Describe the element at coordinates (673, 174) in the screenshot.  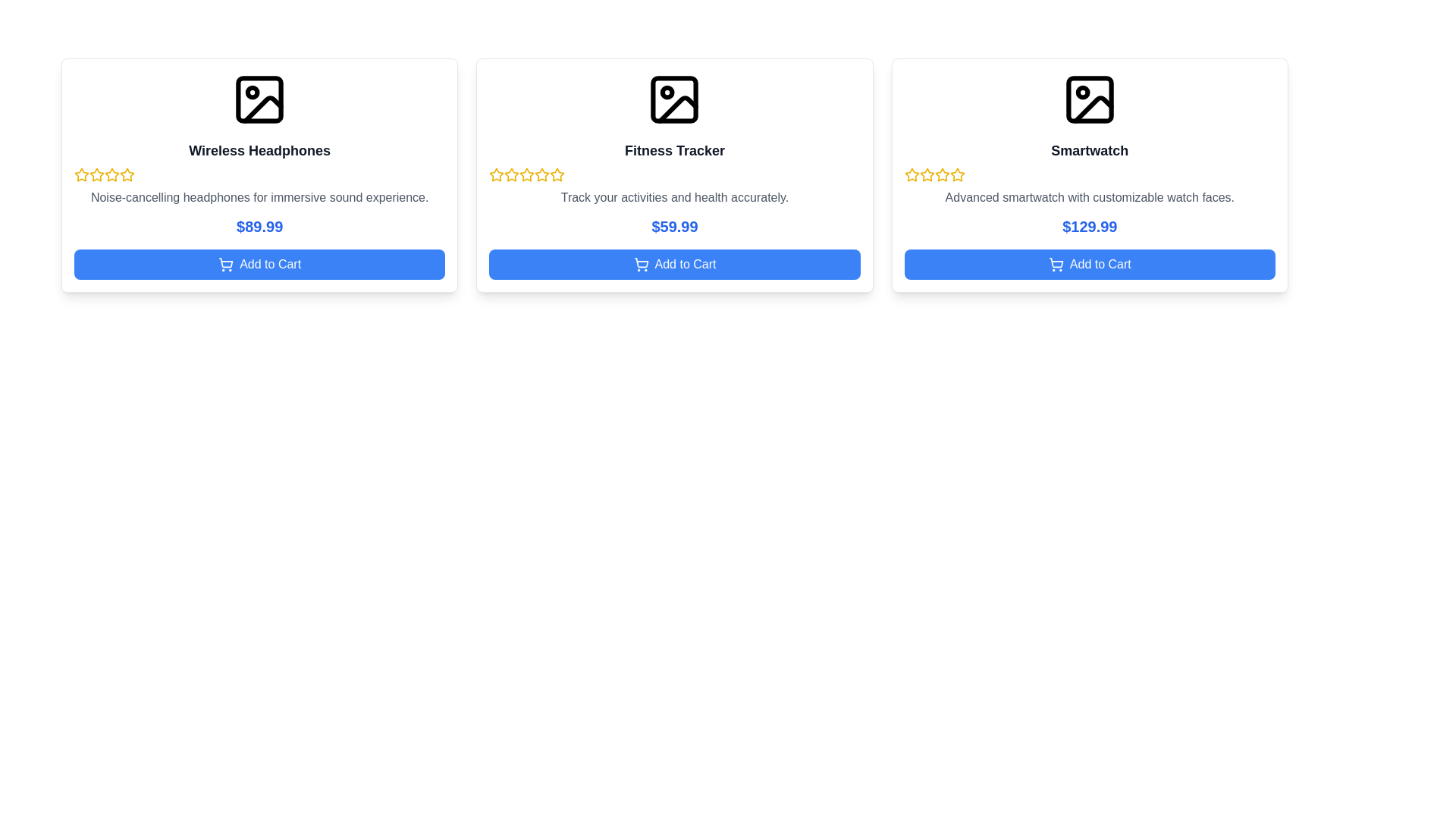
I see `the row of five yellow star icons for rating located centrally below the title 'Fitness Tracker' in the middle card of a three-card layout` at that location.